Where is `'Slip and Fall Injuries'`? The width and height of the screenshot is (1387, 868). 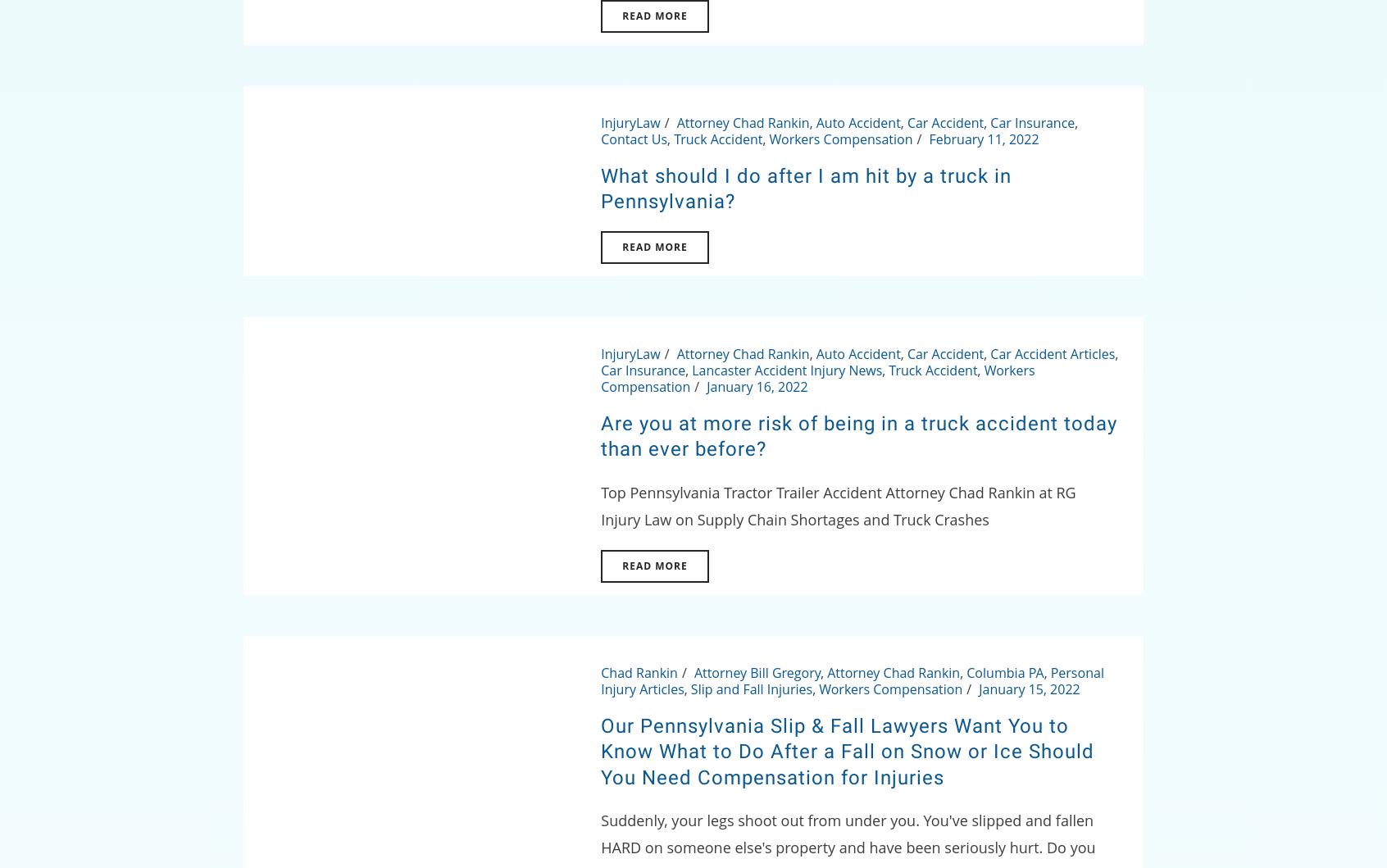 'Slip and Fall Injuries' is located at coordinates (689, 688).